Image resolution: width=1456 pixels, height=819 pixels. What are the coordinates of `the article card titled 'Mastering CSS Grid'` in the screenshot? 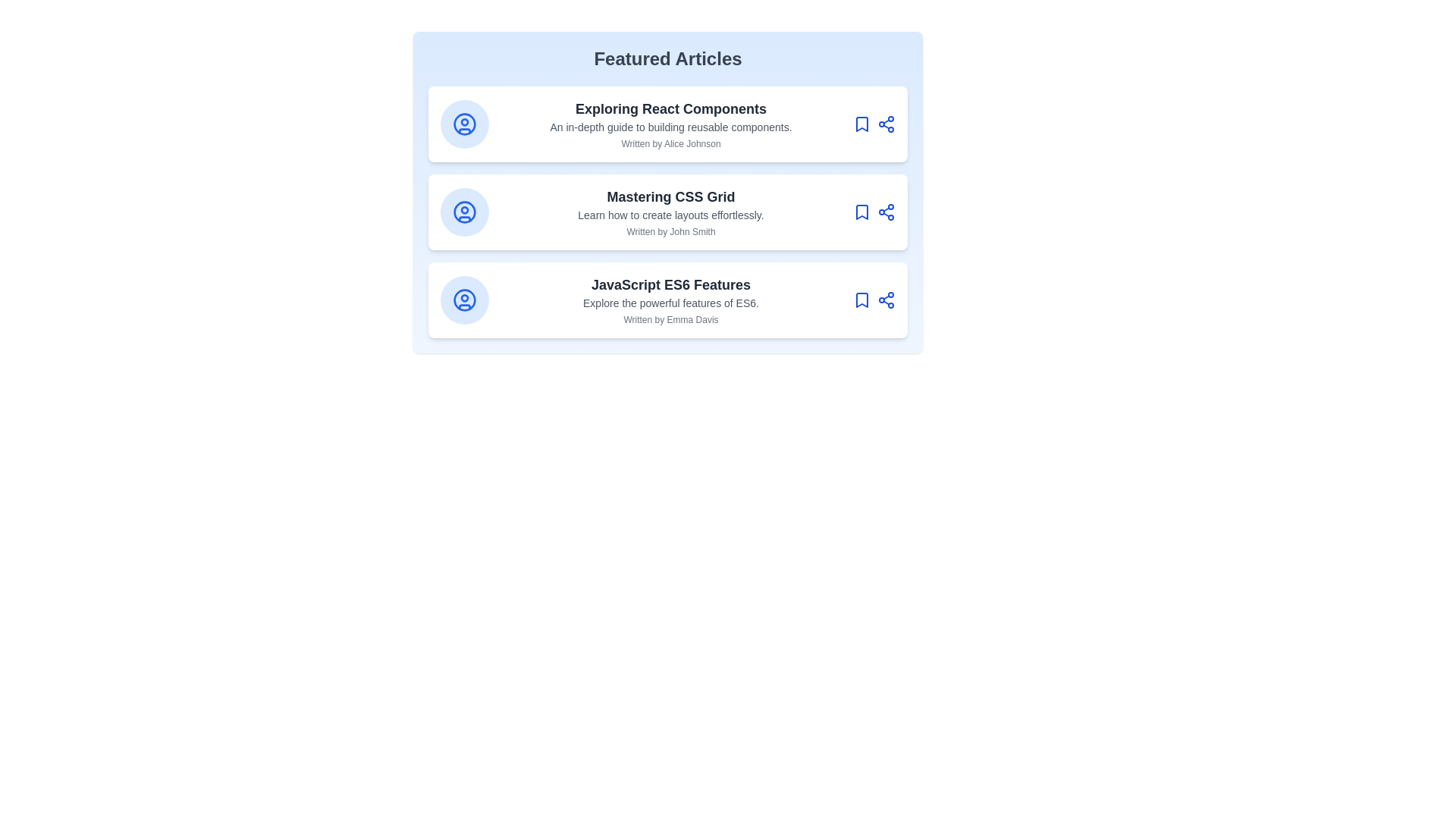 It's located at (667, 212).